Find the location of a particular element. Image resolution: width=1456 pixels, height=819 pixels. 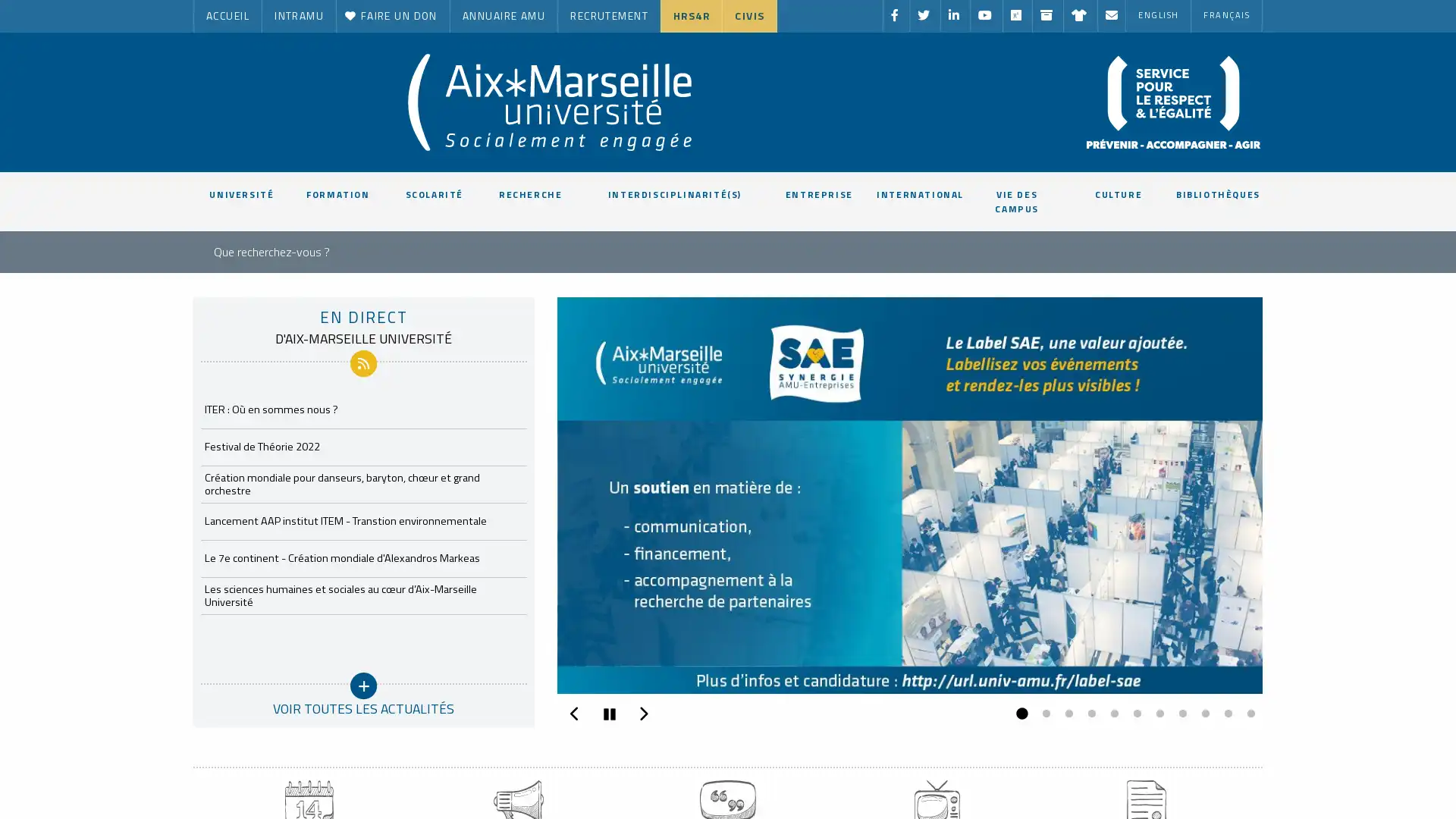

Go to slide 2 is located at coordinates (1041, 714).